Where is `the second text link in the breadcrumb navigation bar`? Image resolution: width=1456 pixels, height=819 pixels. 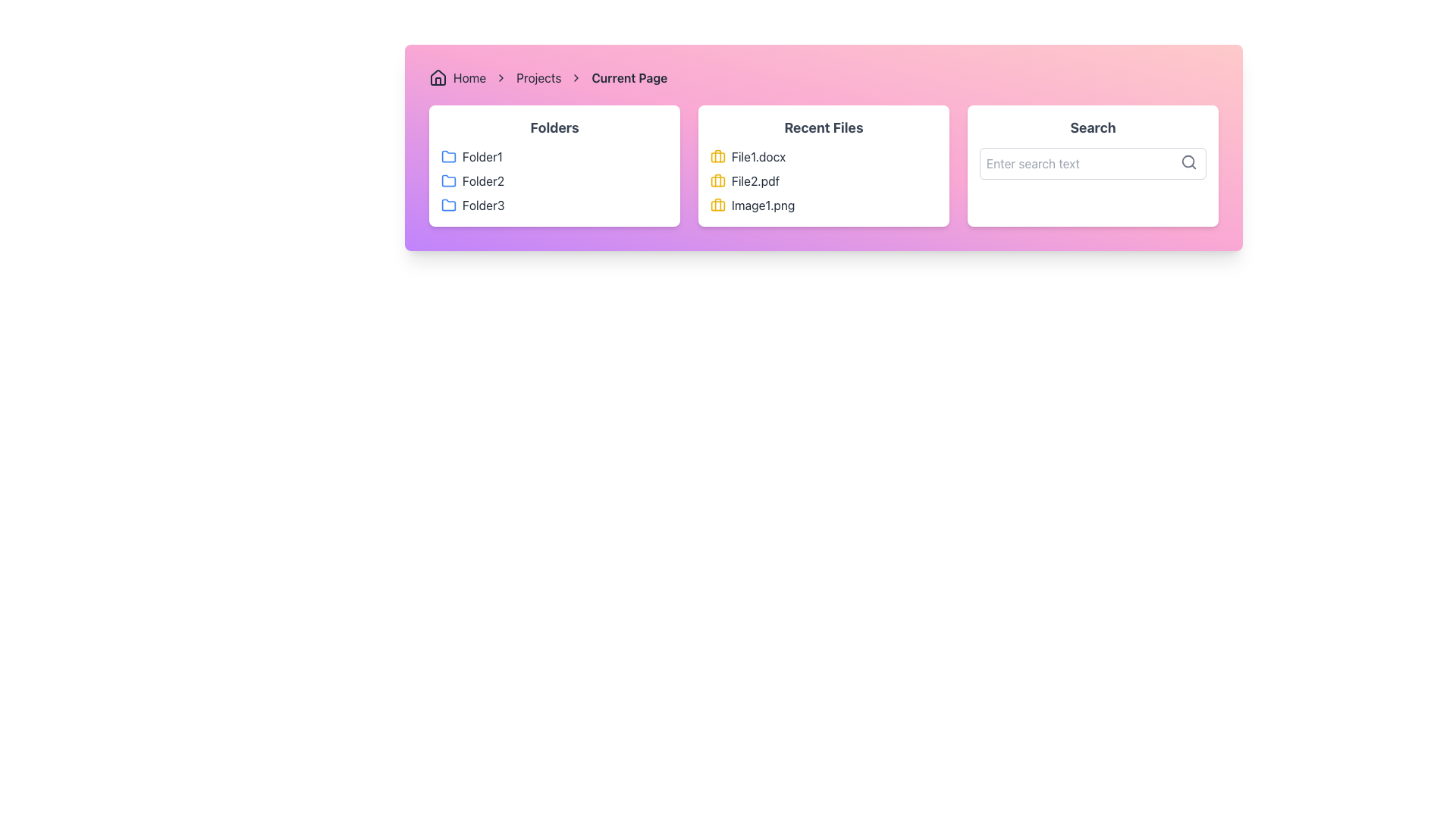 the second text link in the breadcrumb navigation bar is located at coordinates (538, 78).